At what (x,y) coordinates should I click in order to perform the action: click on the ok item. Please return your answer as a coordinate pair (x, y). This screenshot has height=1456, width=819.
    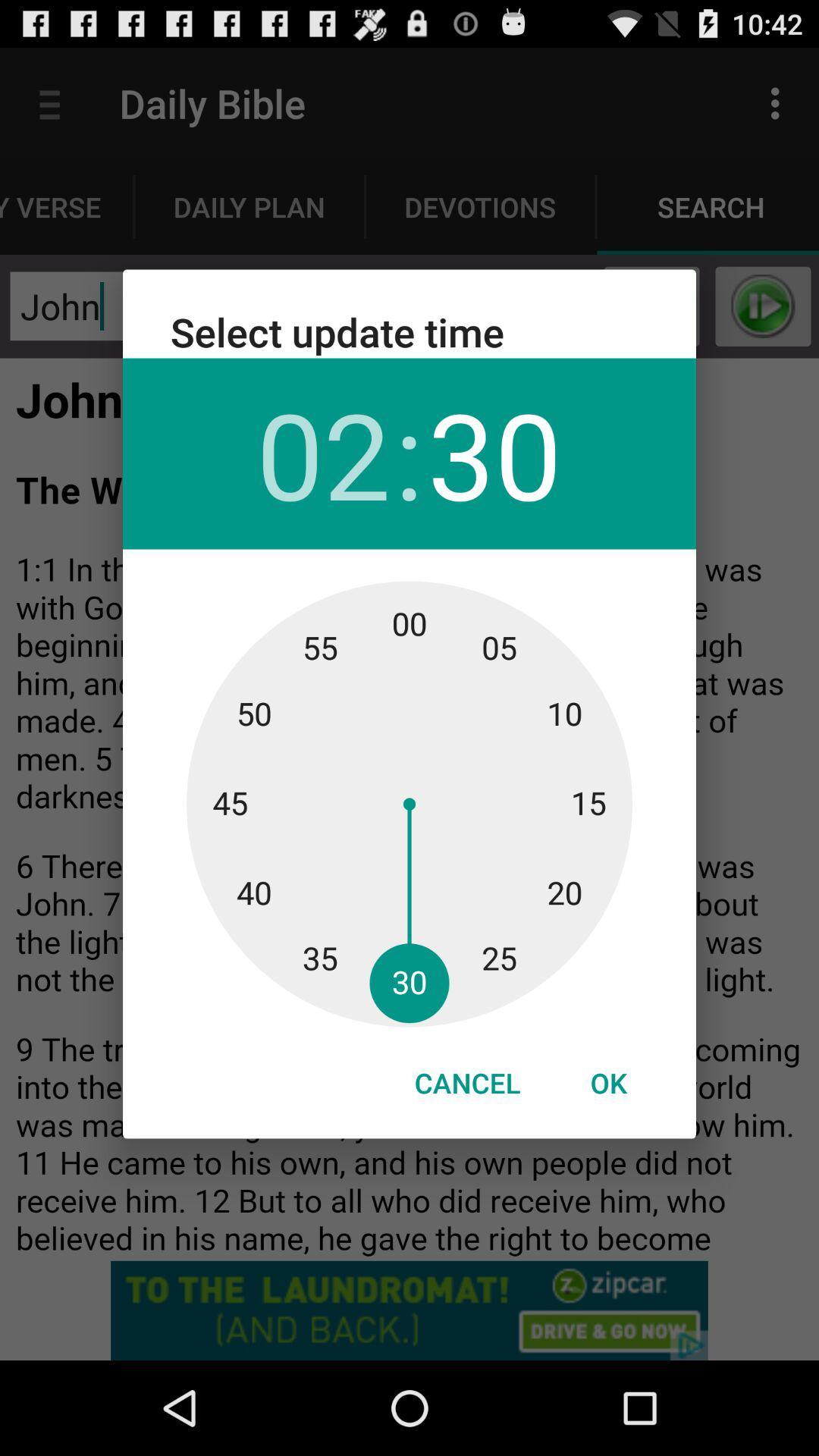
    Looking at the image, I should click on (607, 1082).